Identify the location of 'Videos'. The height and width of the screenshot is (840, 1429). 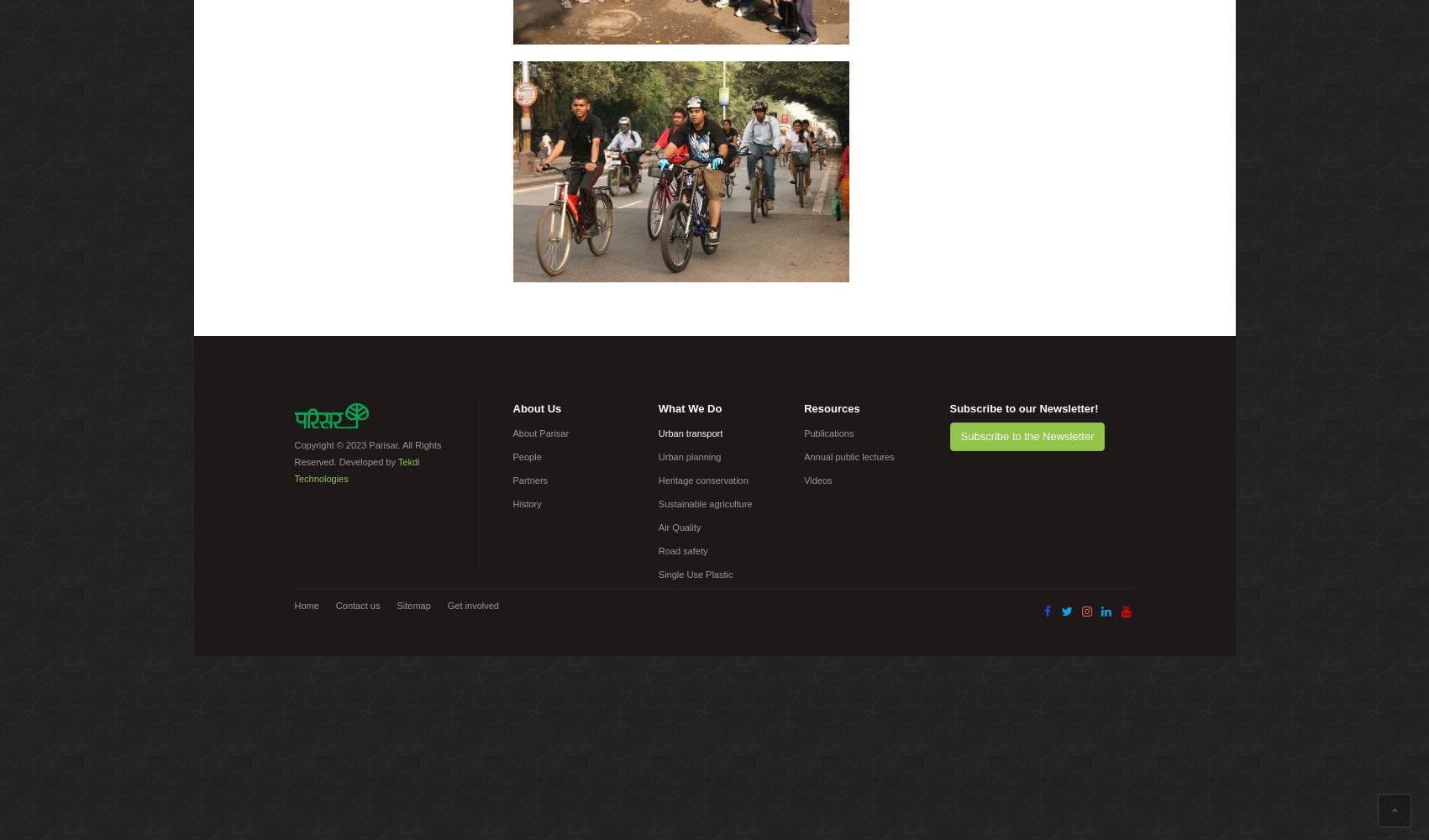
(817, 480).